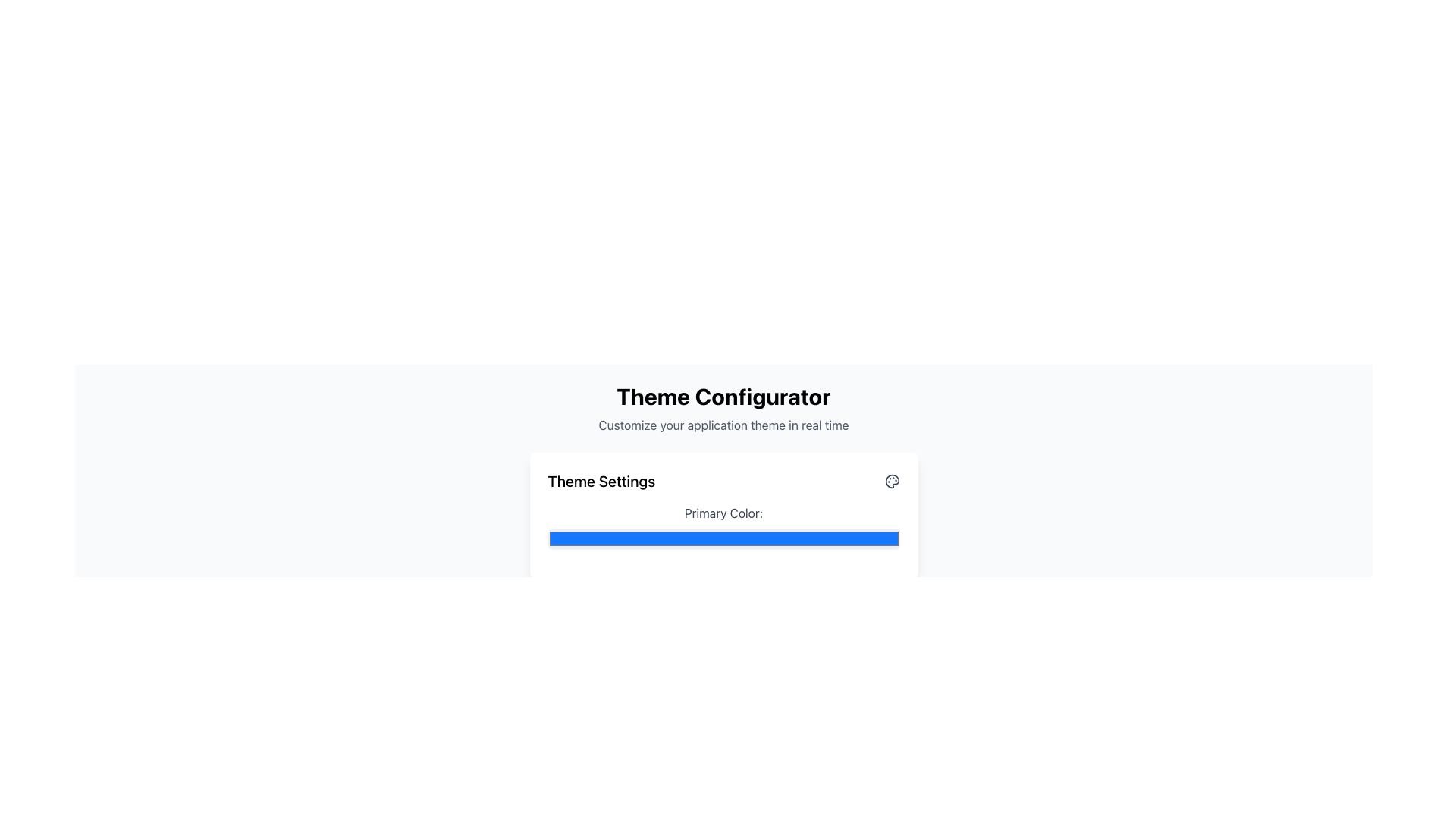  What do you see at coordinates (723, 515) in the screenshot?
I see `the color selection bar located within the 'Theme Settings' card` at bounding box center [723, 515].